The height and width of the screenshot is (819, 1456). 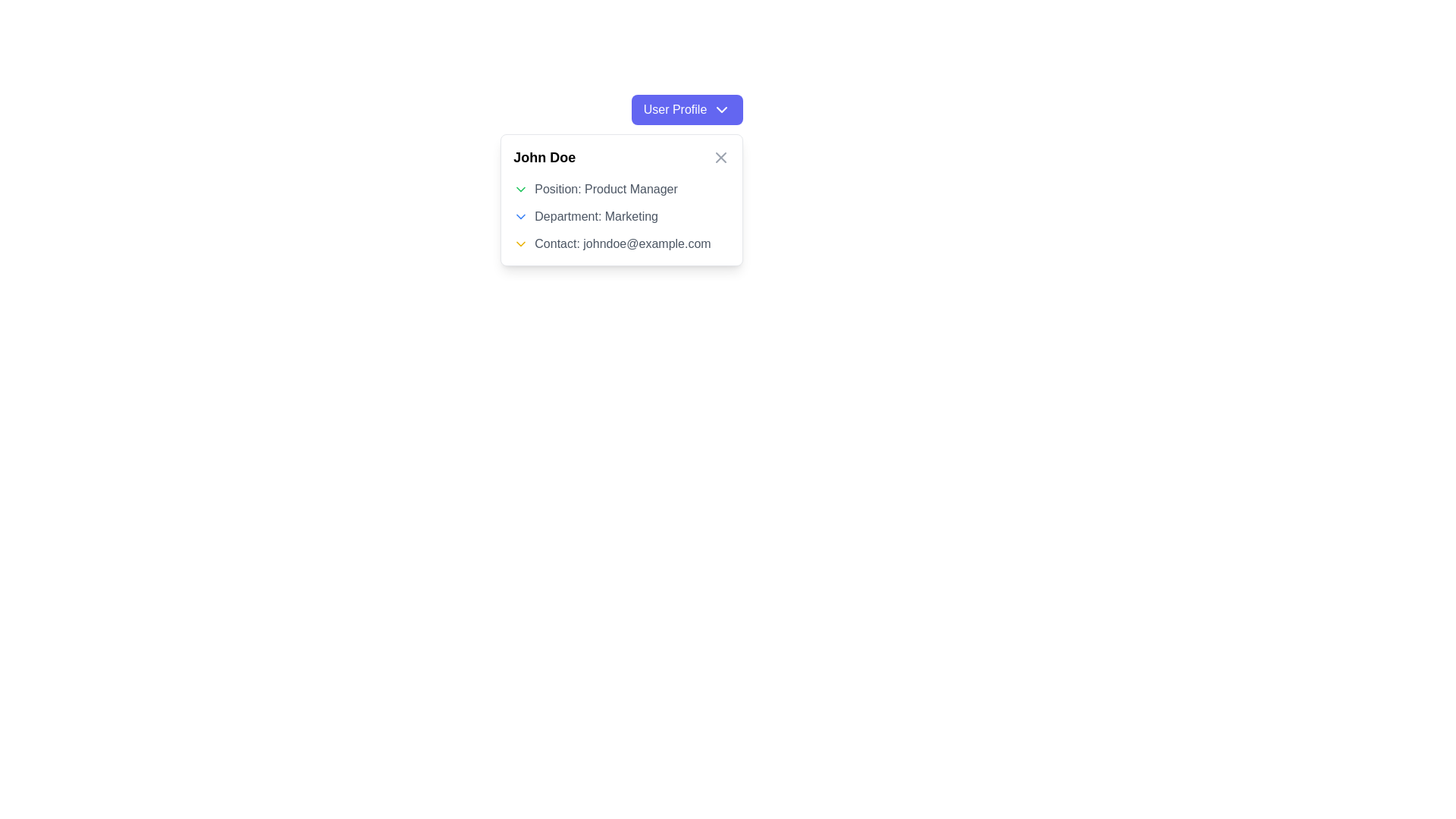 I want to click on the static text label displaying the user's name located near the top-left corner of the user profile interface, so click(x=544, y=158).